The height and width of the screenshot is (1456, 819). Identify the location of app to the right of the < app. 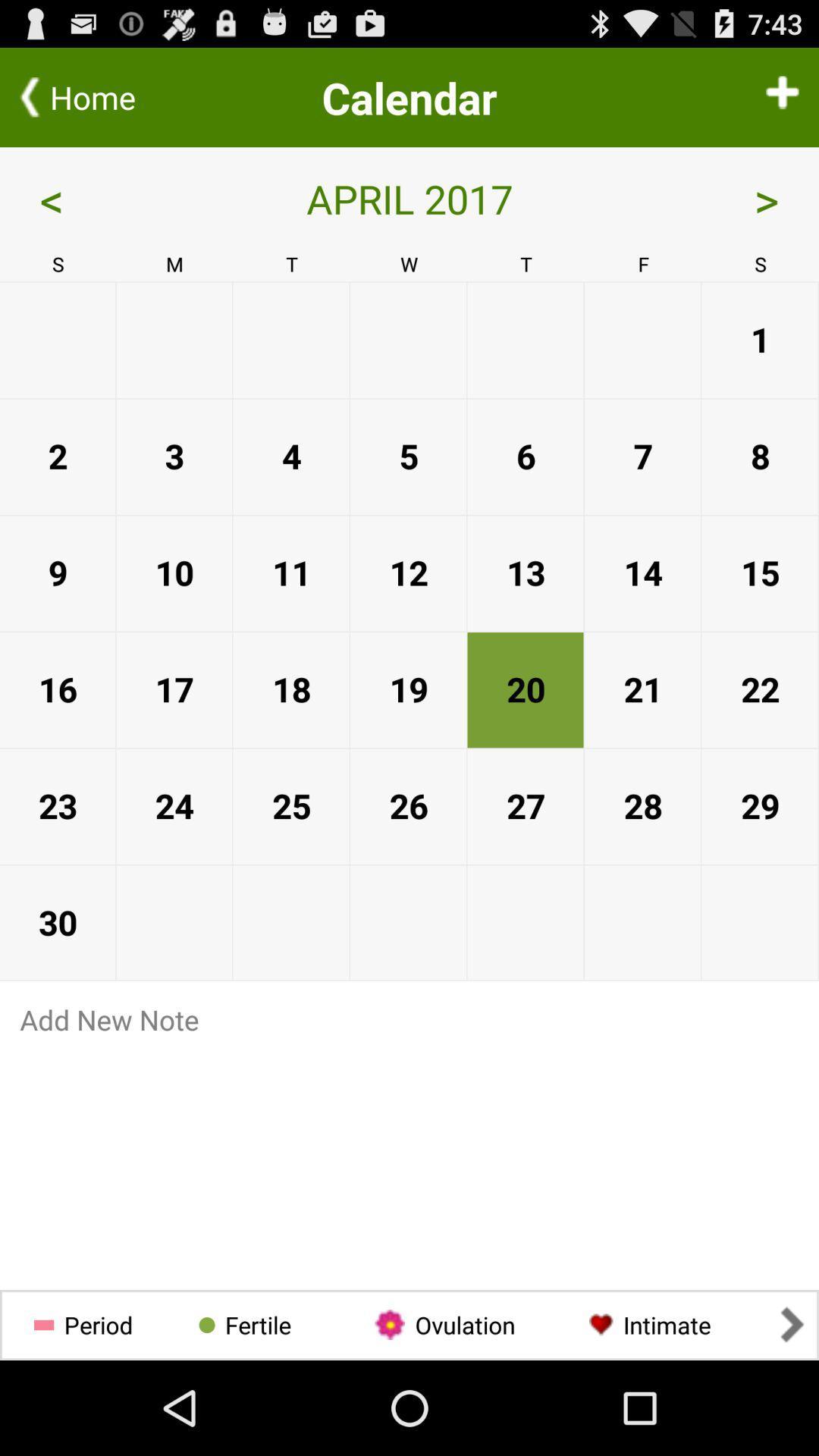
(409, 198).